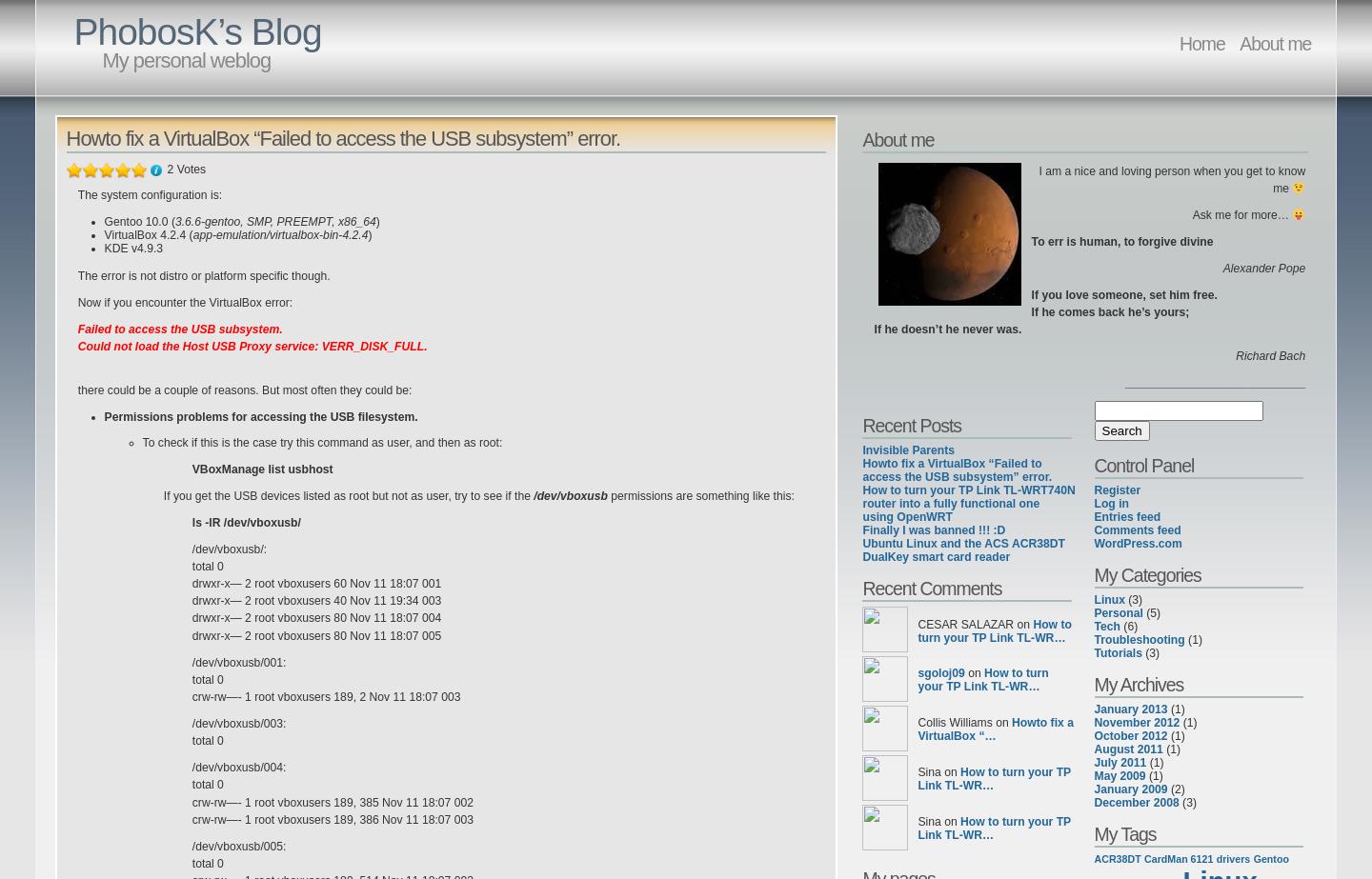  I want to click on 'If you get the USB devices listed as root but not as user, try to see if the', so click(347, 494).